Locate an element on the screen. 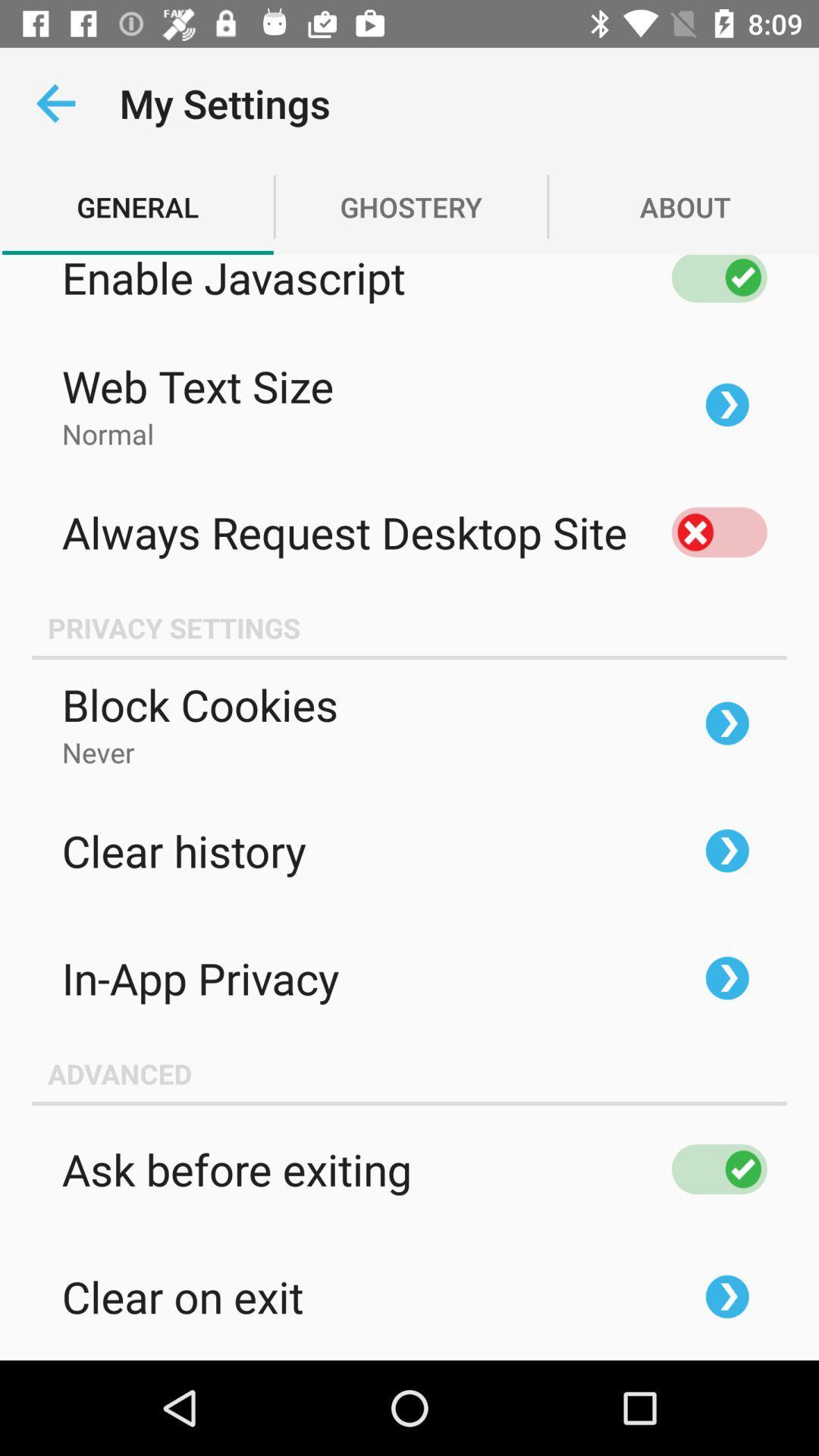 Image resolution: width=819 pixels, height=1456 pixels. the app next to the my settings is located at coordinates (55, 102).